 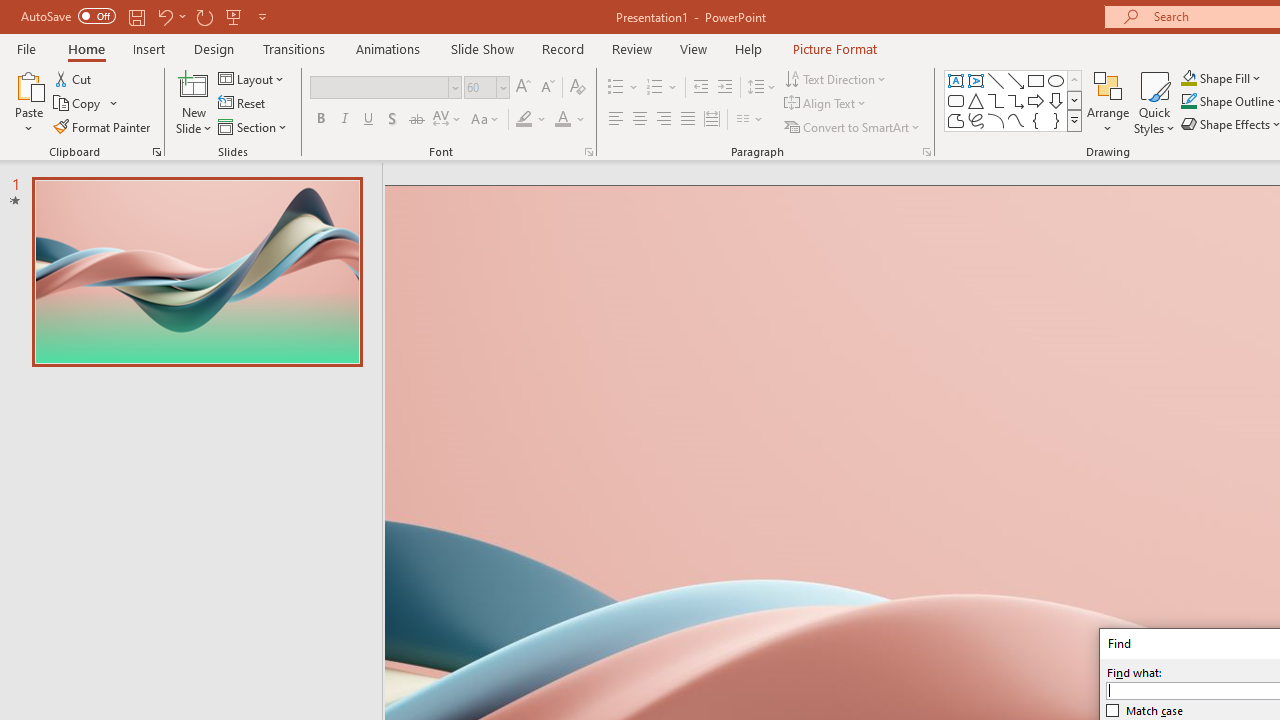 What do you see at coordinates (1189, 101) in the screenshot?
I see `'Shape Outline Blue, Accent 1'` at bounding box center [1189, 101].